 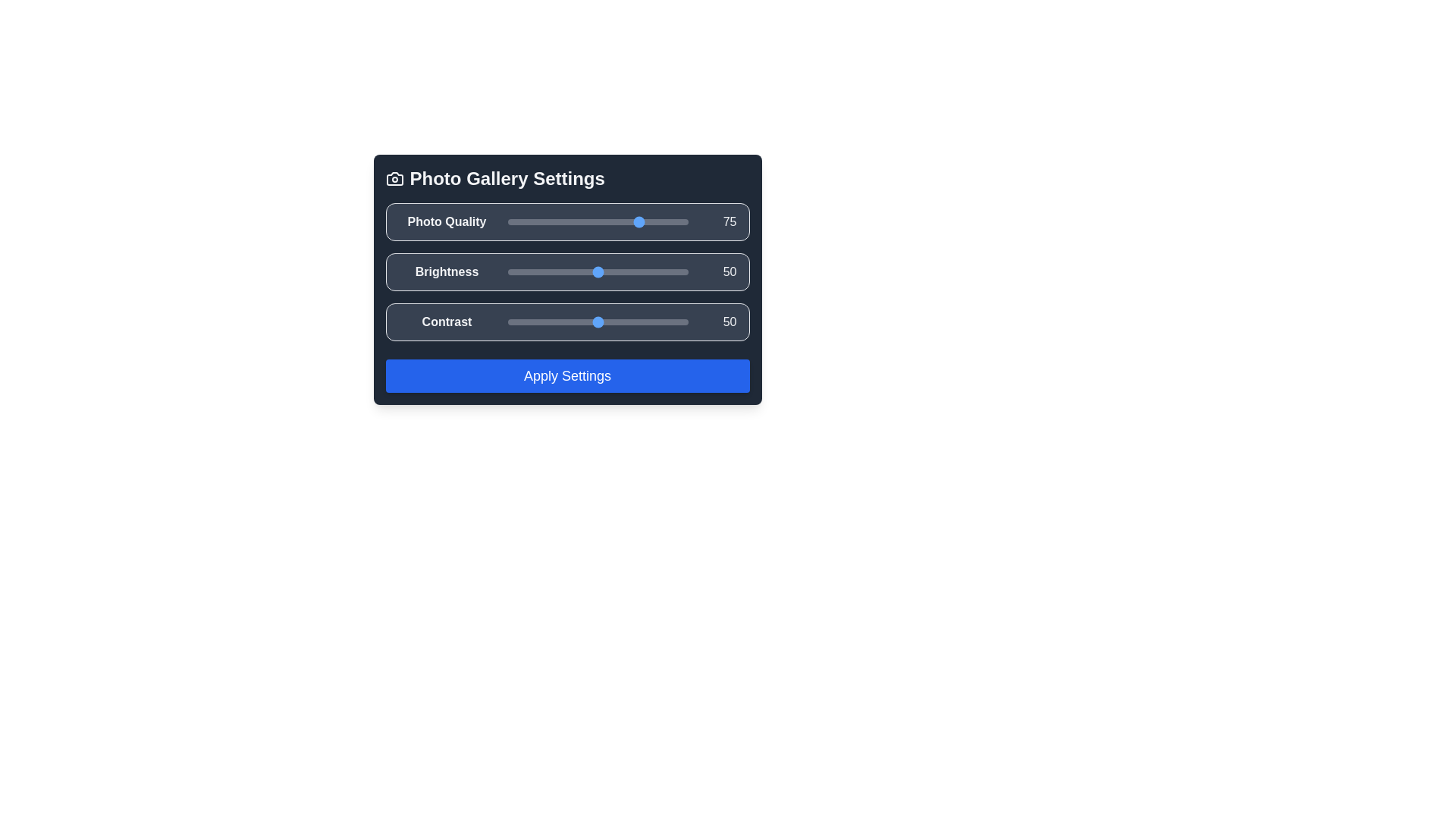 What do you see at coordinates (566, 375) in the screenshot?
I see `the 'Apply Settings' button with a blue background and white text, located at the bottom of the 'Photo Gallery Settings' section` at bounding box center [566, 375].